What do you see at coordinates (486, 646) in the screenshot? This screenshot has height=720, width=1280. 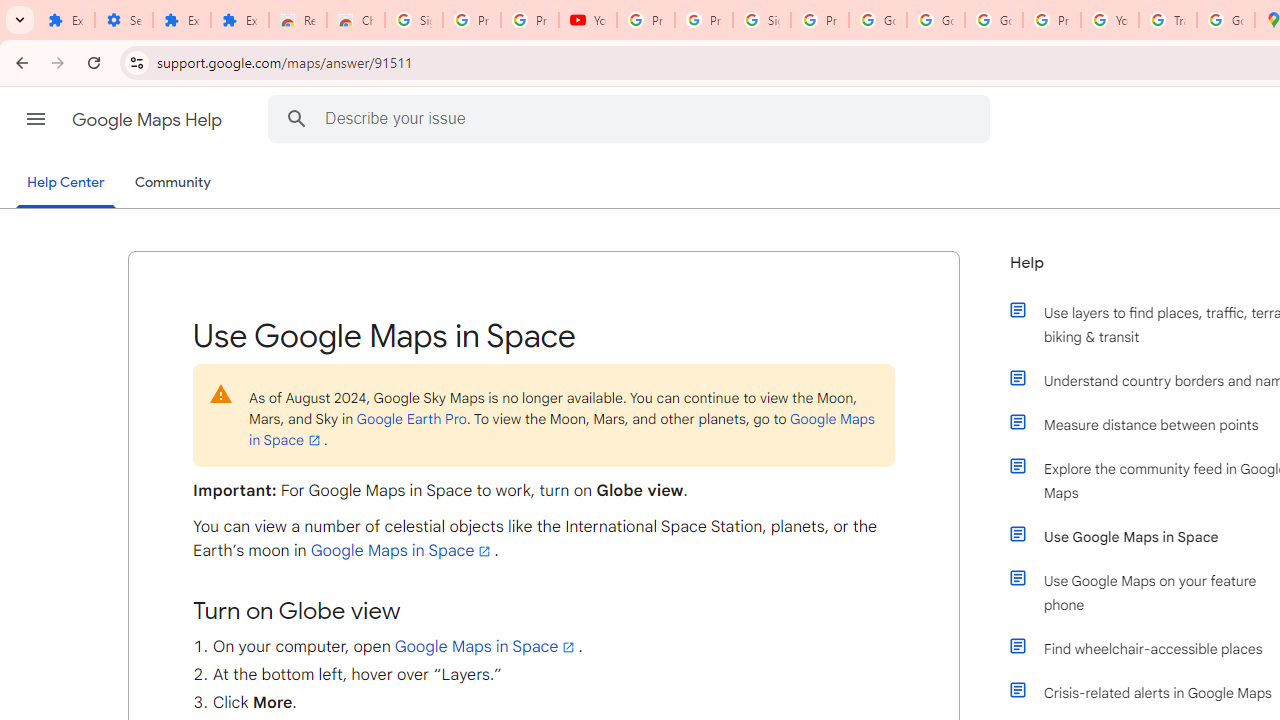 I see `'Google Maps in Space'` at bounding box center [486, 646].